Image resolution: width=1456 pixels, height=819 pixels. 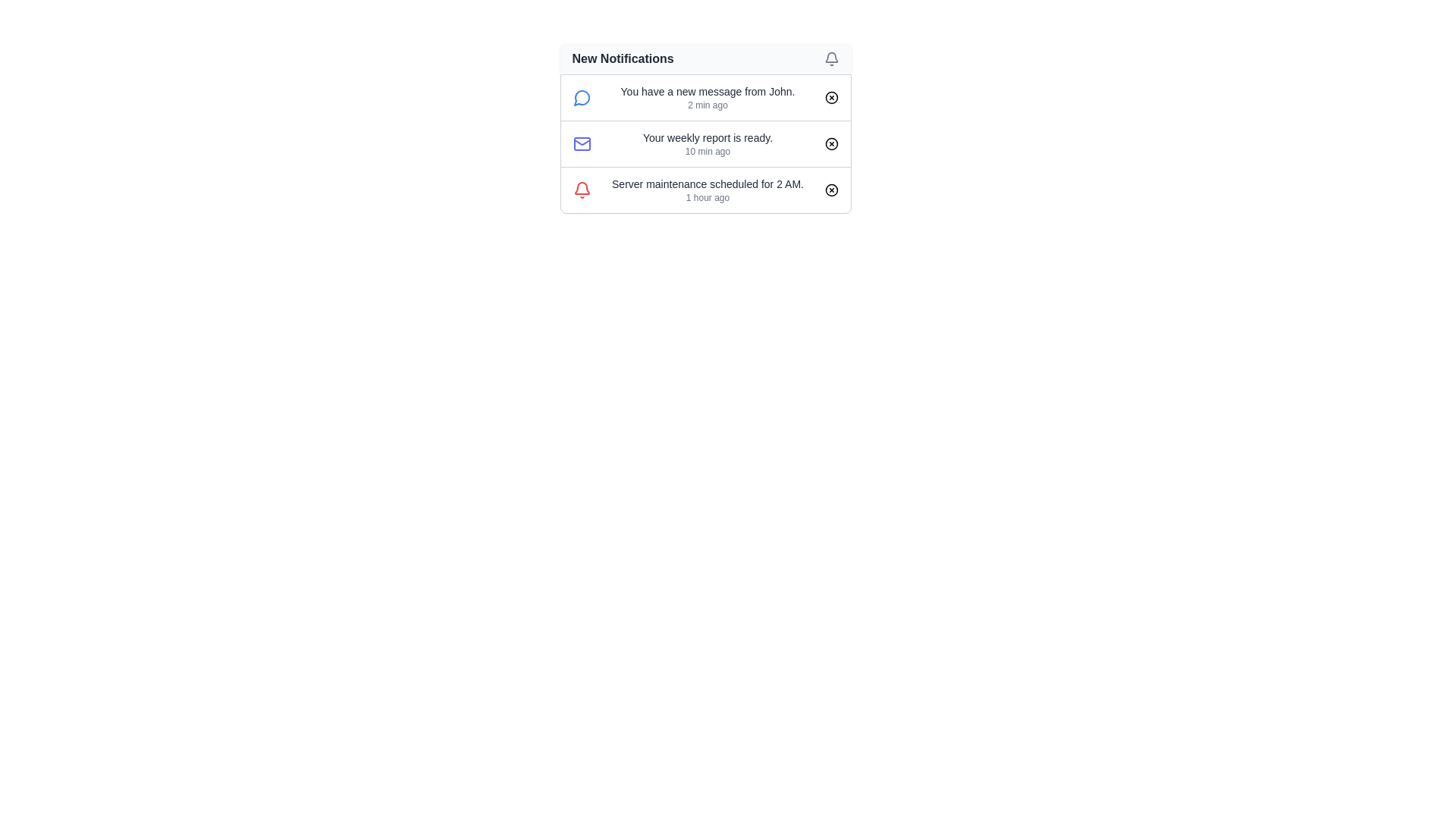 What do you see at coordinates (704, 143) in the screenshot?
I see `the second notification item which includes a mail icon, message, timestamp '10 min ago', and a close button with an 'x'` at bounding box center [704, 143].